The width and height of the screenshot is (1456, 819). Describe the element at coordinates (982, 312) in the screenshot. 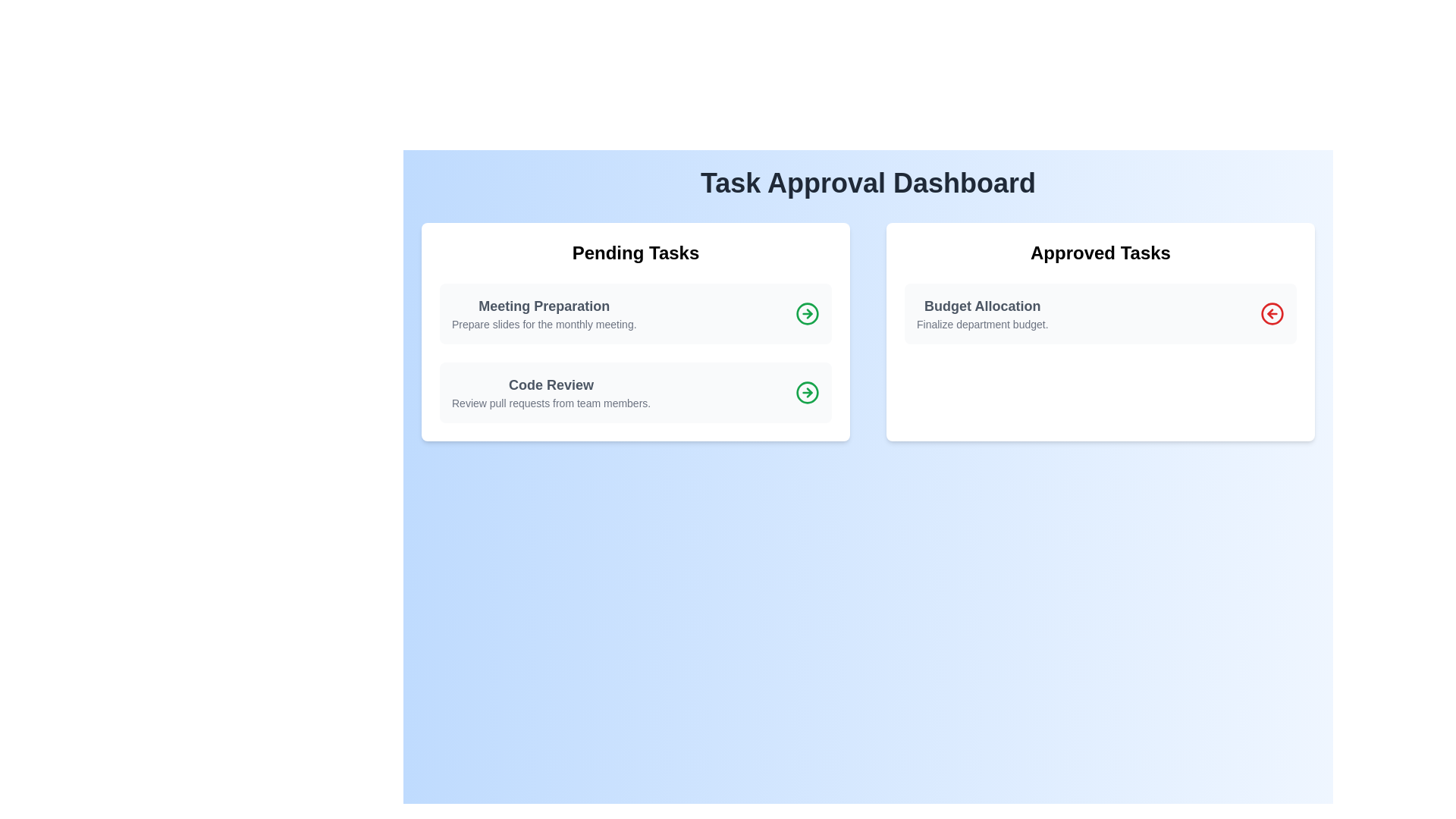

I see `the text label indicating the task title 'Budget Allocation' and description 'Finalize department budget' located in the 'Approved Tasks' section` at that location.